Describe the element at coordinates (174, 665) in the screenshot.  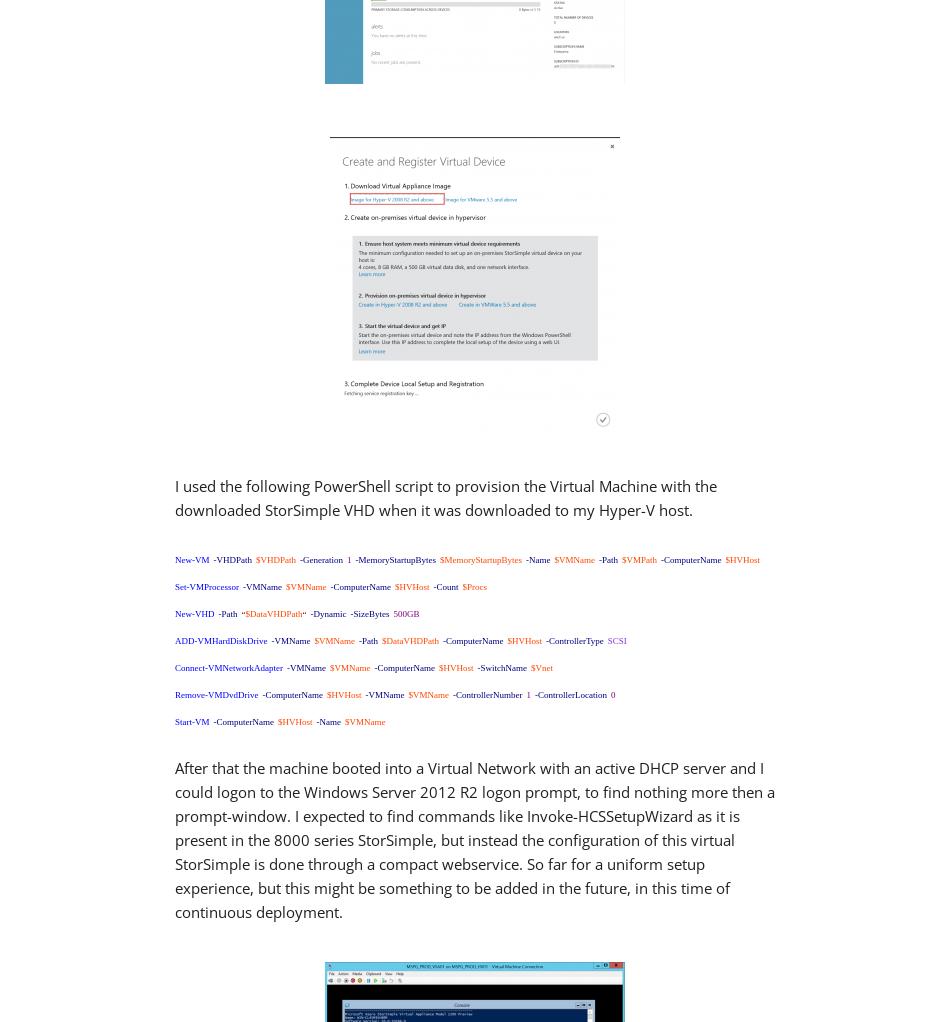
I see `'Connect-VMNetworkAdapter'` at that location.